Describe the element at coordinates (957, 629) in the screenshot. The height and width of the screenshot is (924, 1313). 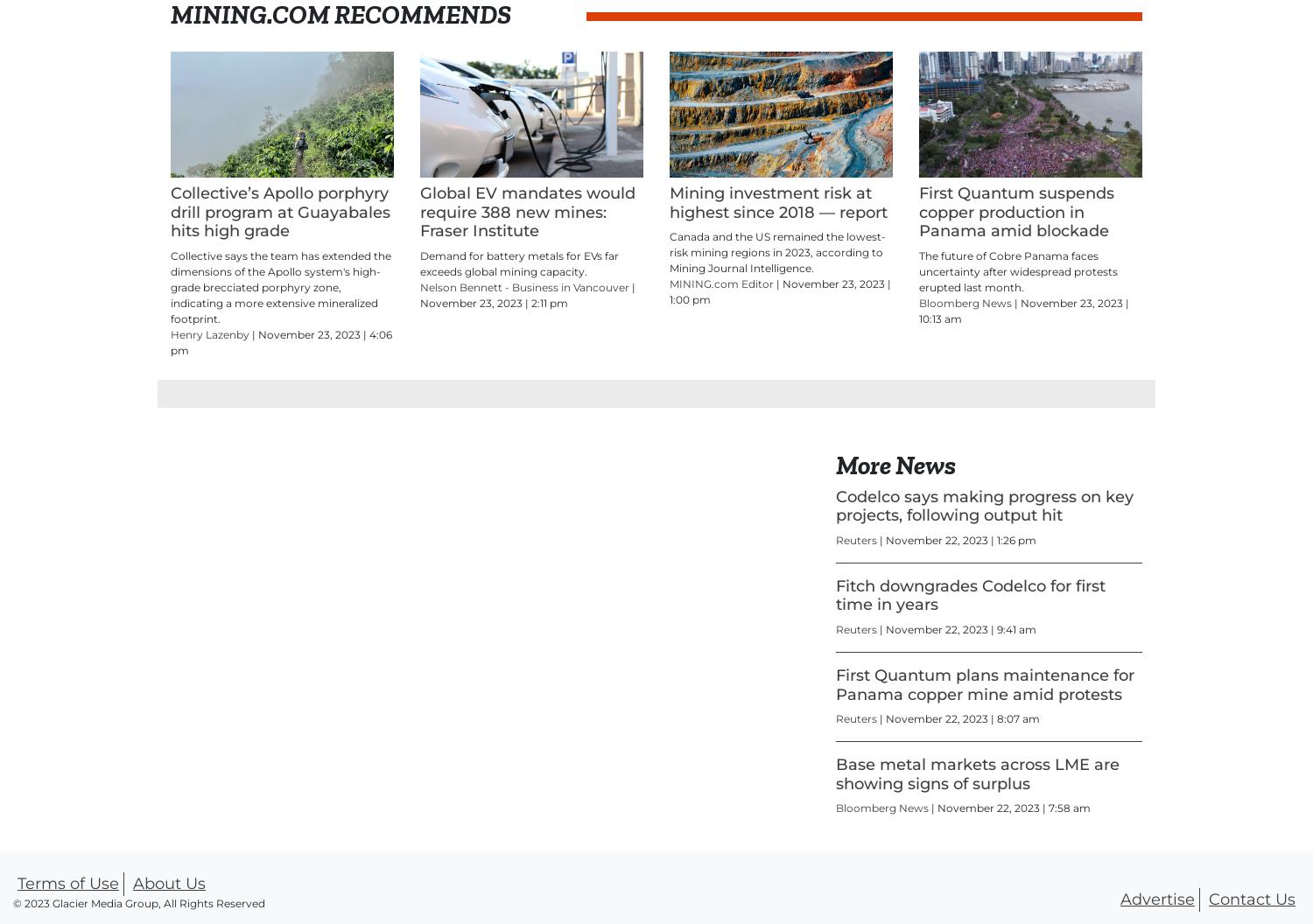
I see `'| November 22, 2023 | 9:41 am'` at that location.